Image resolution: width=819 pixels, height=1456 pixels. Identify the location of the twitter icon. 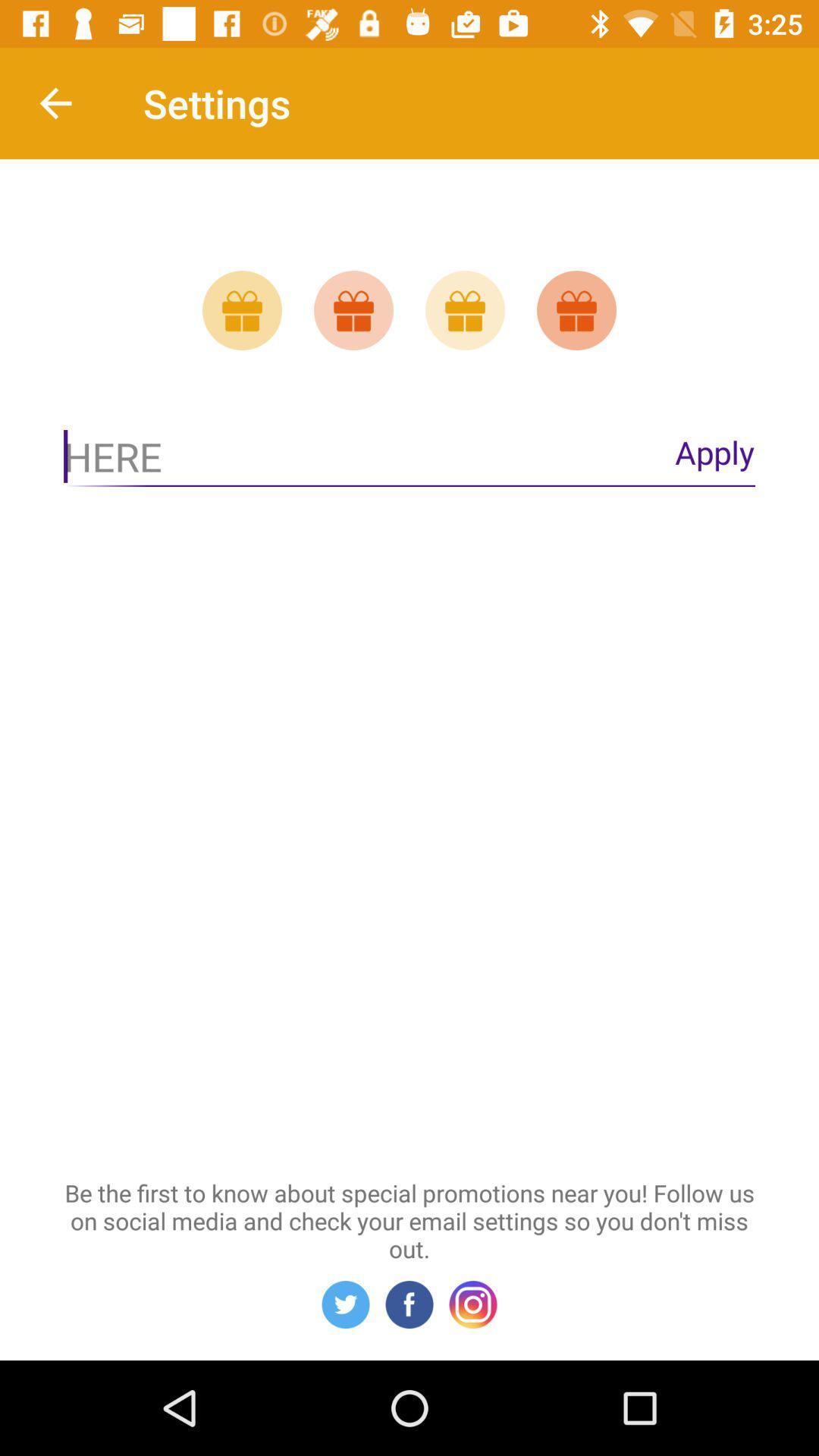
(345, 1304).